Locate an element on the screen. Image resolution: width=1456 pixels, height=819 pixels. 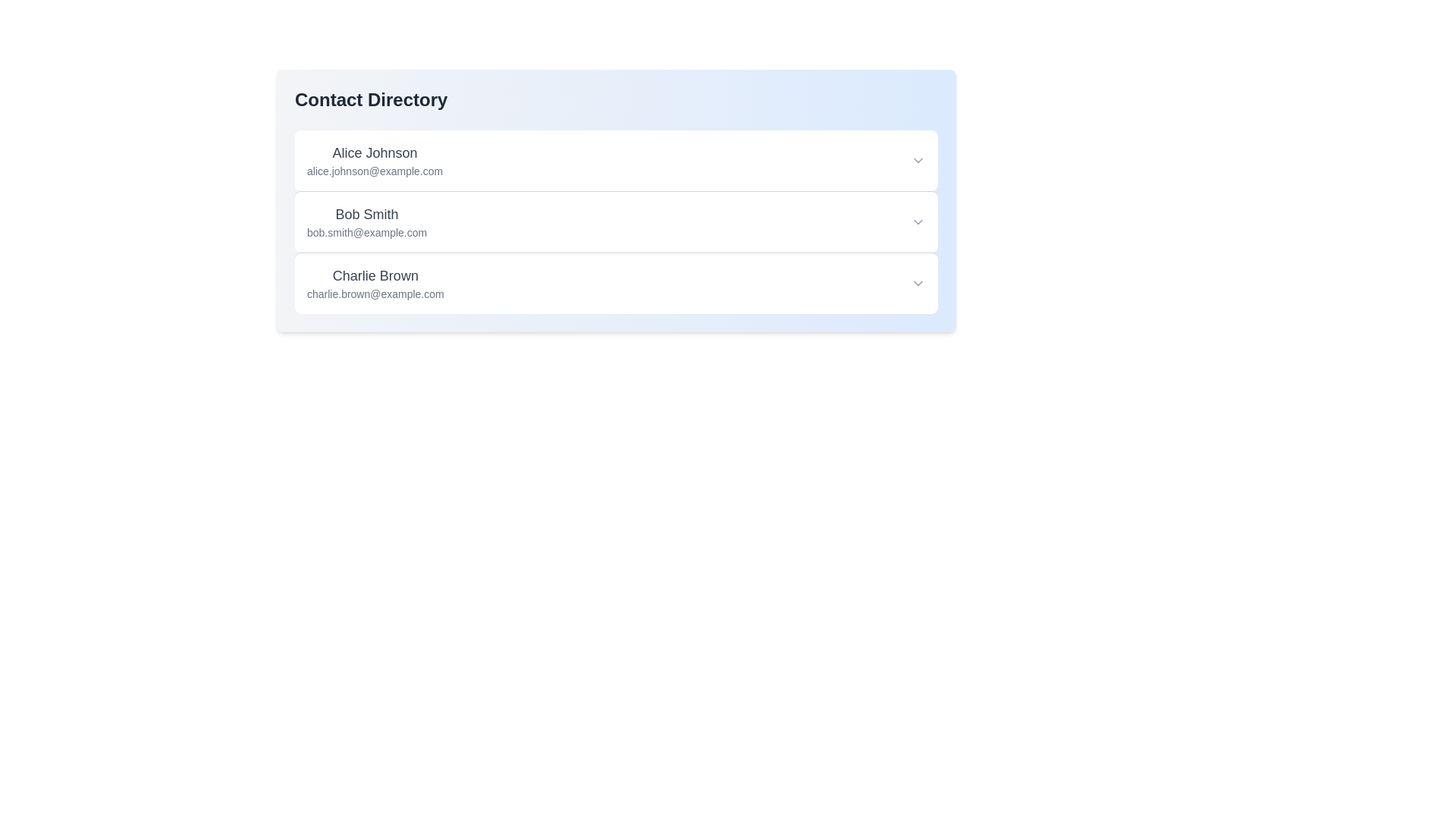
the gray chevron-shaped arrow icon located at the far-right end of the user details row is located at coordinates (917, 161).